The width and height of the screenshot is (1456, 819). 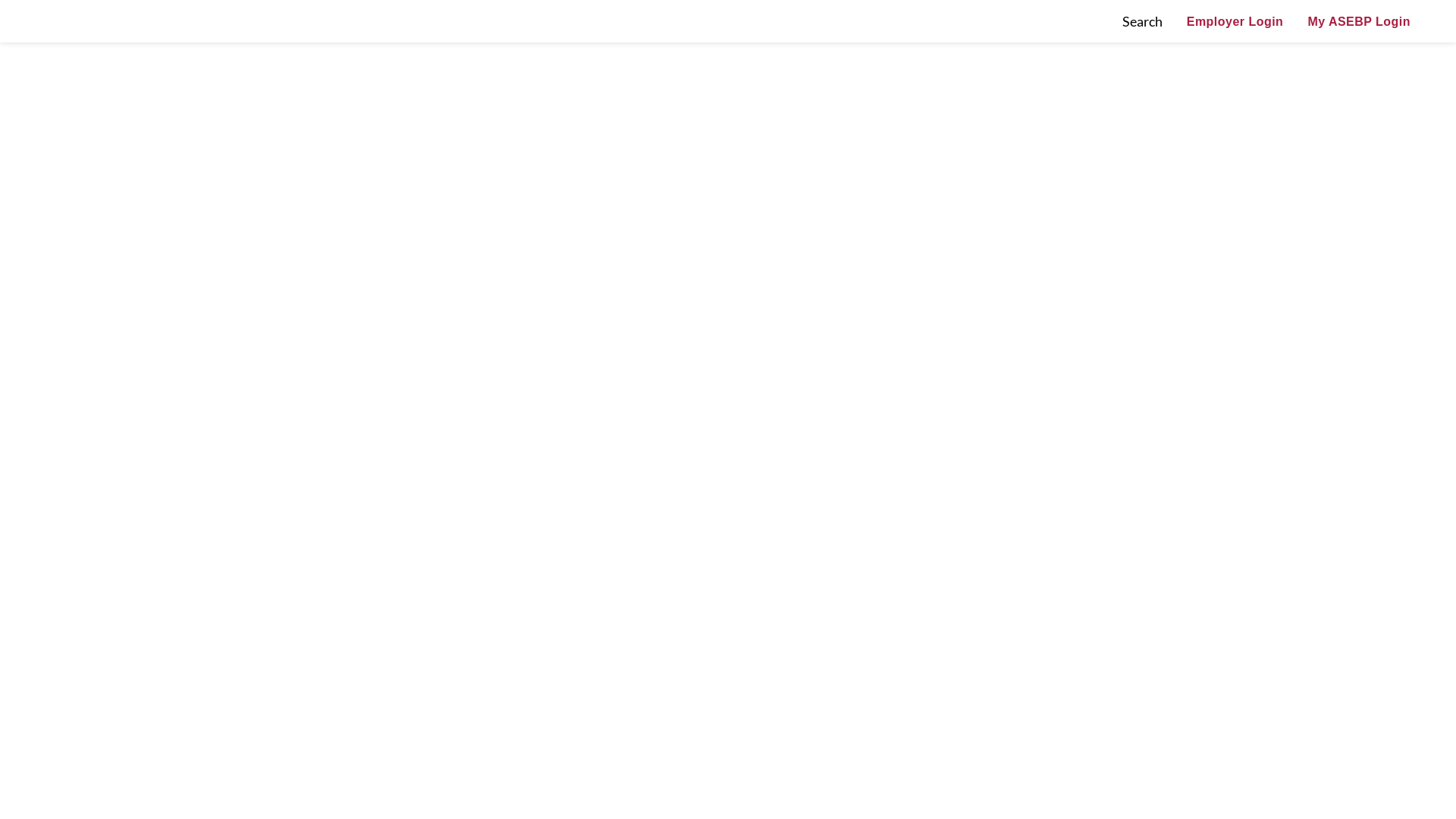 I want to click on 'My ASEBP Login', so click(x=1358, y=22).